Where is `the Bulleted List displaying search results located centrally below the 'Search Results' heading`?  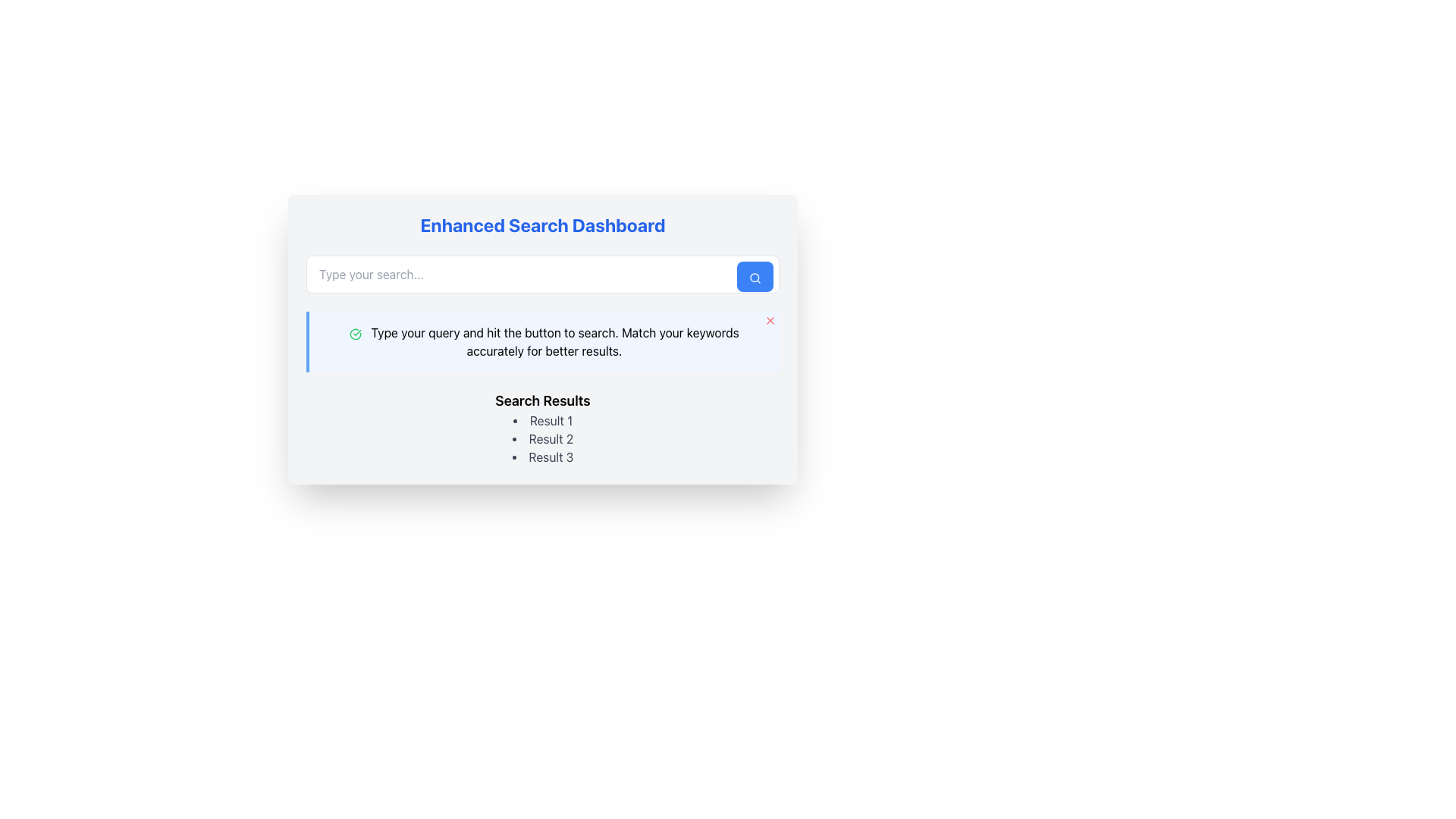 the Bulleted List displaying search results located centrally below the 'Search Results' heading is located at coordinates (542, 438).